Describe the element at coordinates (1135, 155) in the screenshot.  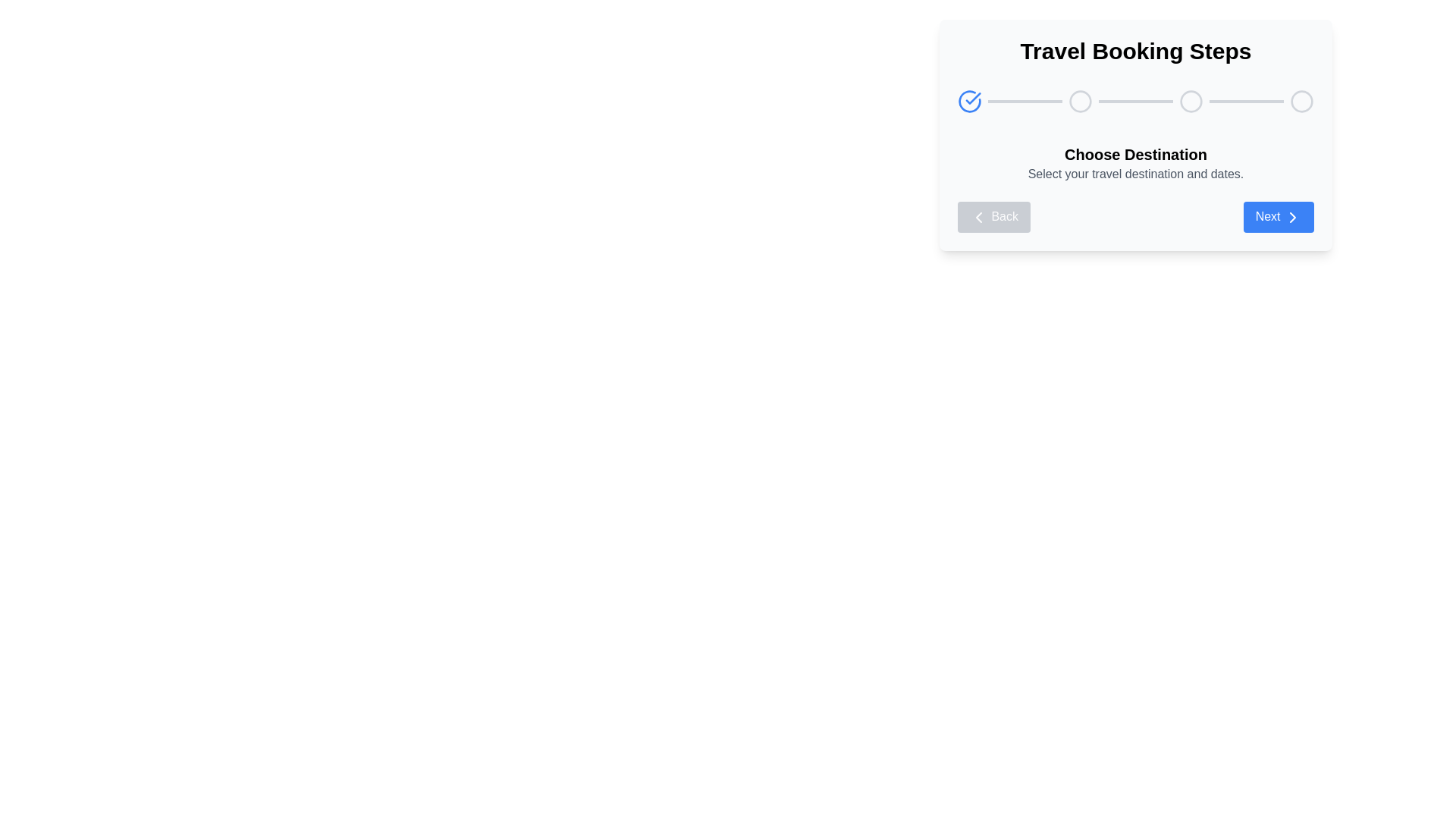
I see `the bold and large text label that displays 'Choose Destination', which is prominently styled and located above the description text within the step navigation panel` at that location.